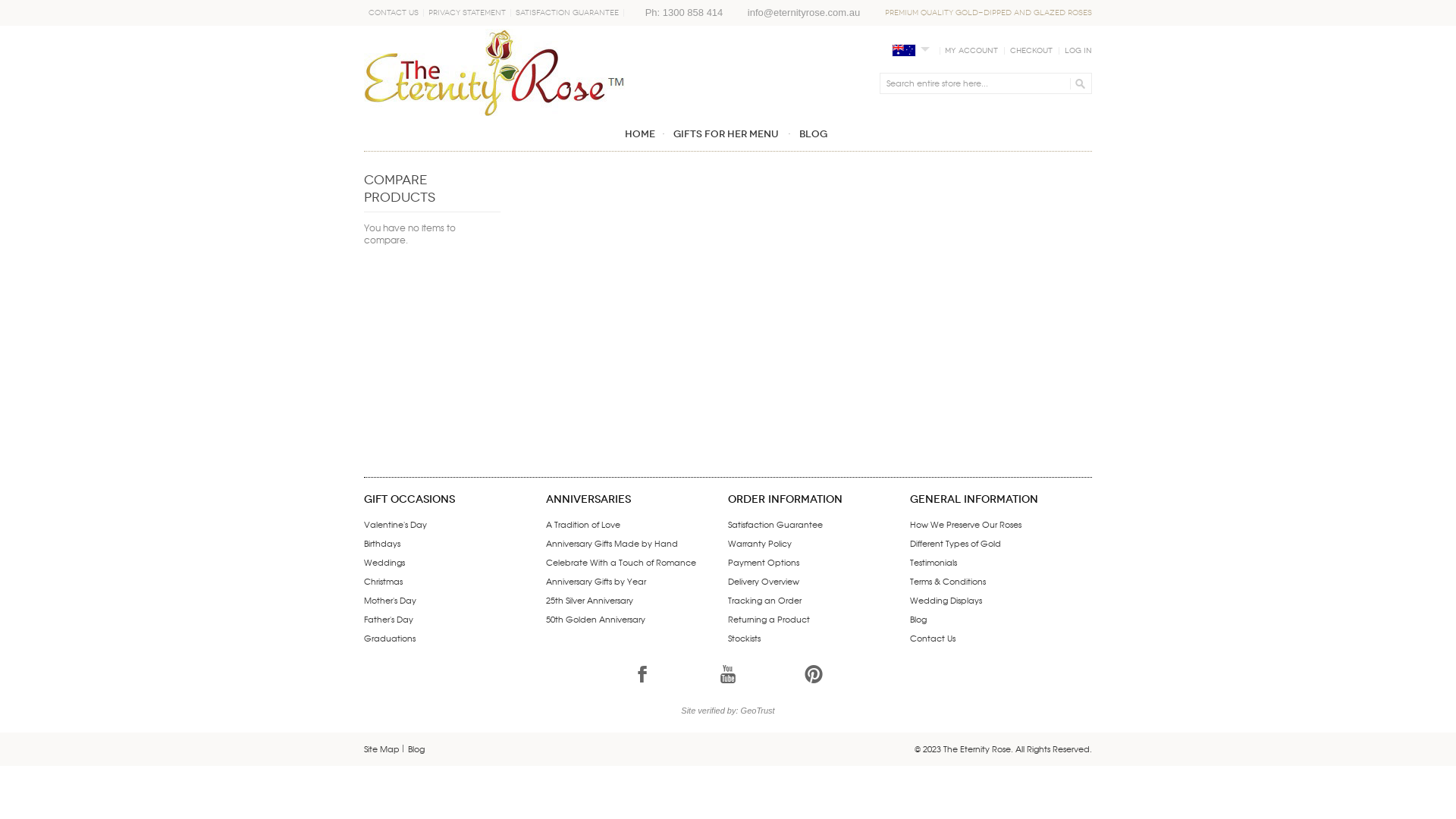 The image size is (1456, 819). What do you see at coordinates (389, 638) in the screenshot?
I see `'Graduations'` at bounding box center [389, 638].